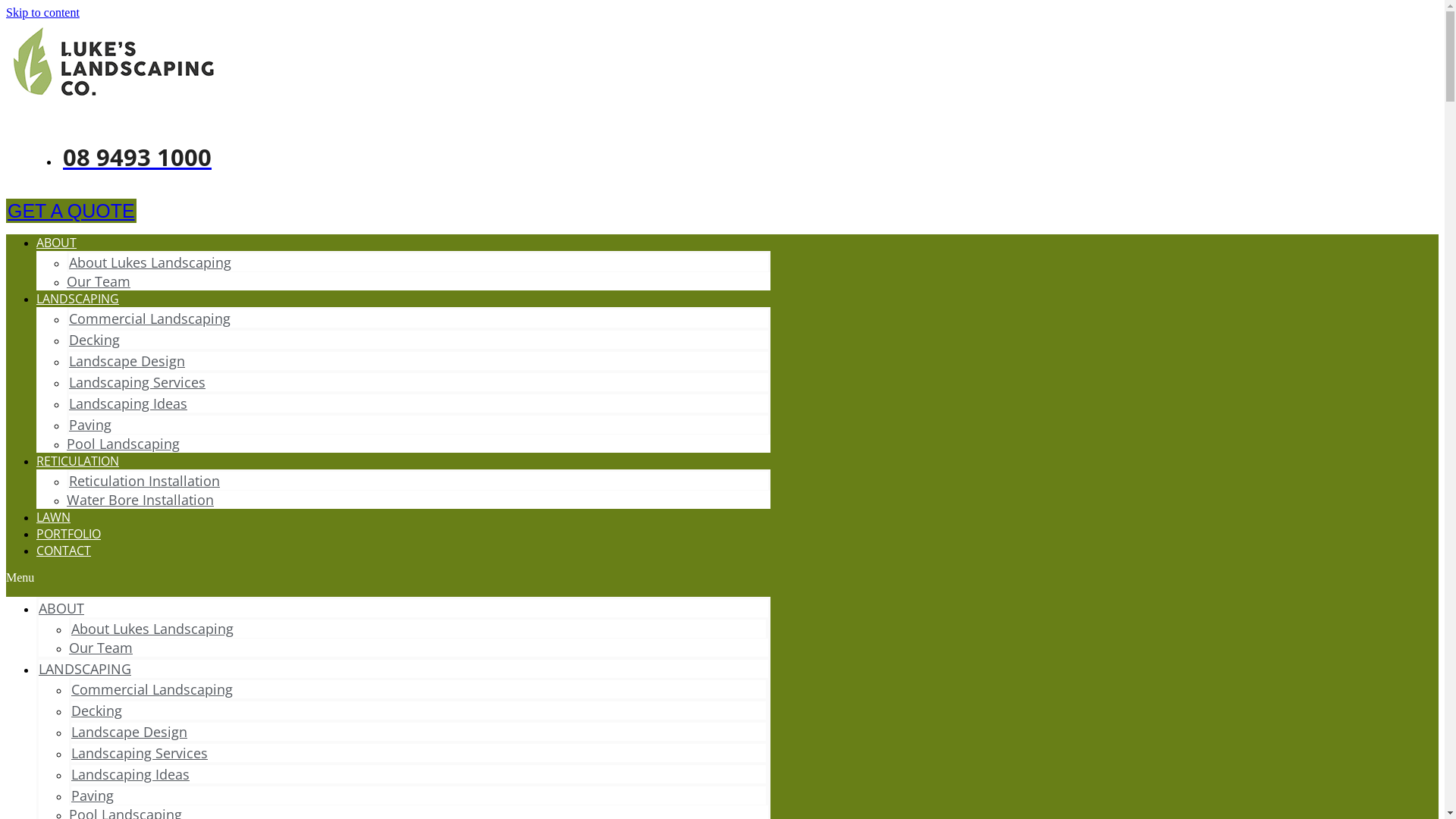 This screenshot has width=1456, height=819. Describe the element at coordinates (67, 533) in the screenshot. I see `'PORTFOLIO'` at that location.